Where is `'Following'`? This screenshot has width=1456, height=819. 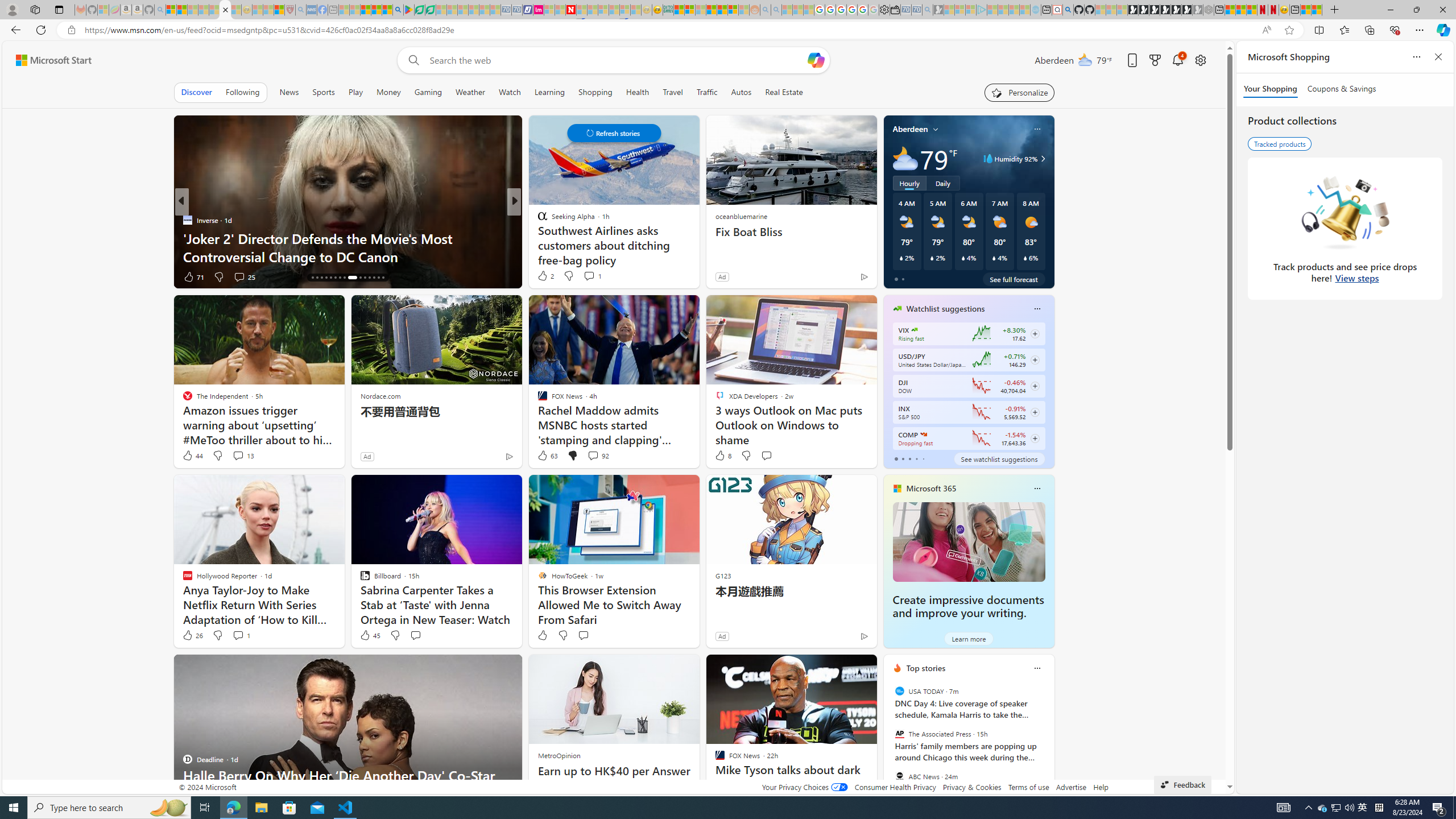 'Following' is located at coordinates (242, 92).